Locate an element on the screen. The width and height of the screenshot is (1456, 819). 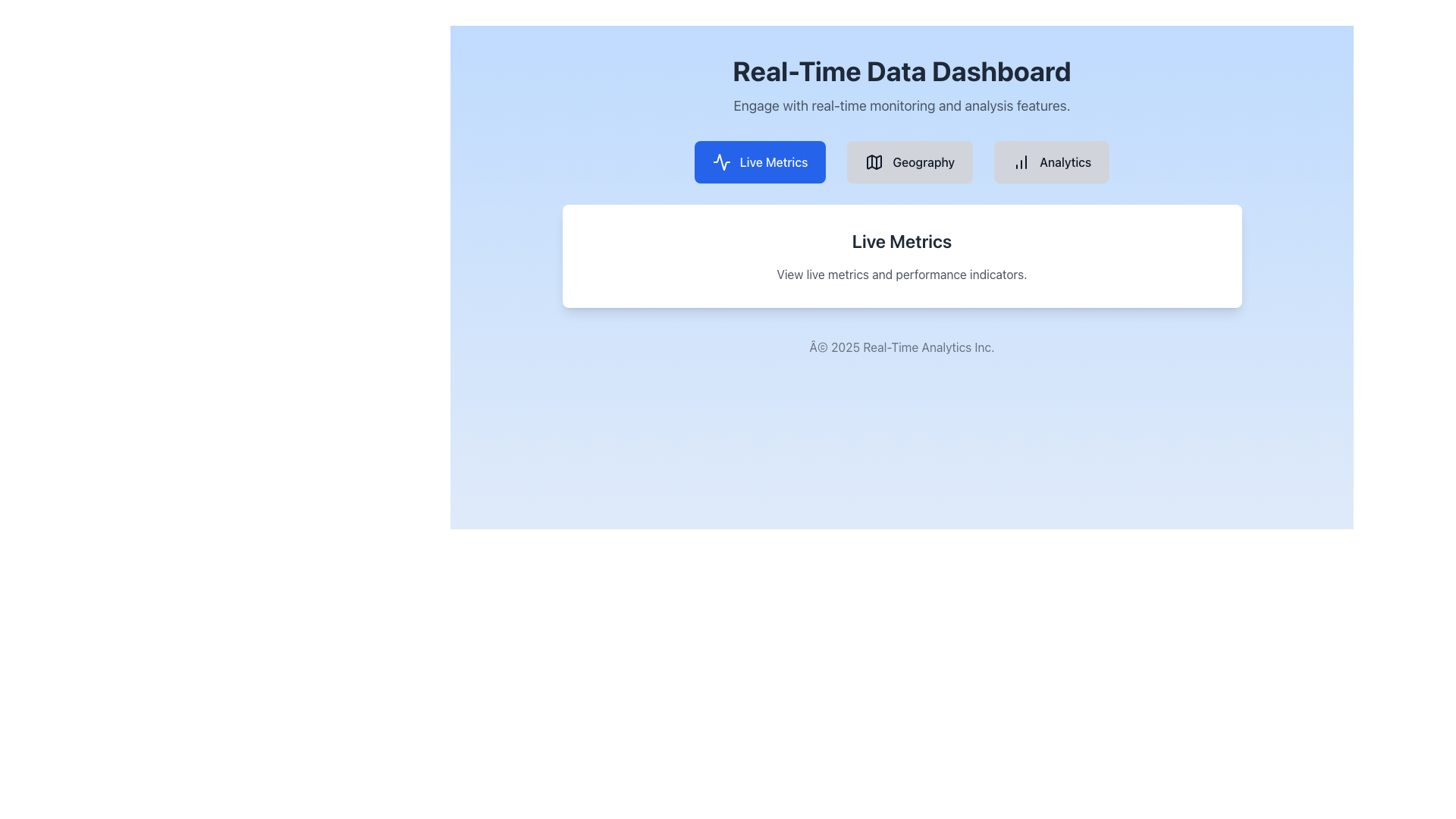
the heading and descriptive text block that displays 'Real-Time Data Dashboard' and 'Engage with real-time monitoring and analysis features.' is located at coordinates (902, 86).